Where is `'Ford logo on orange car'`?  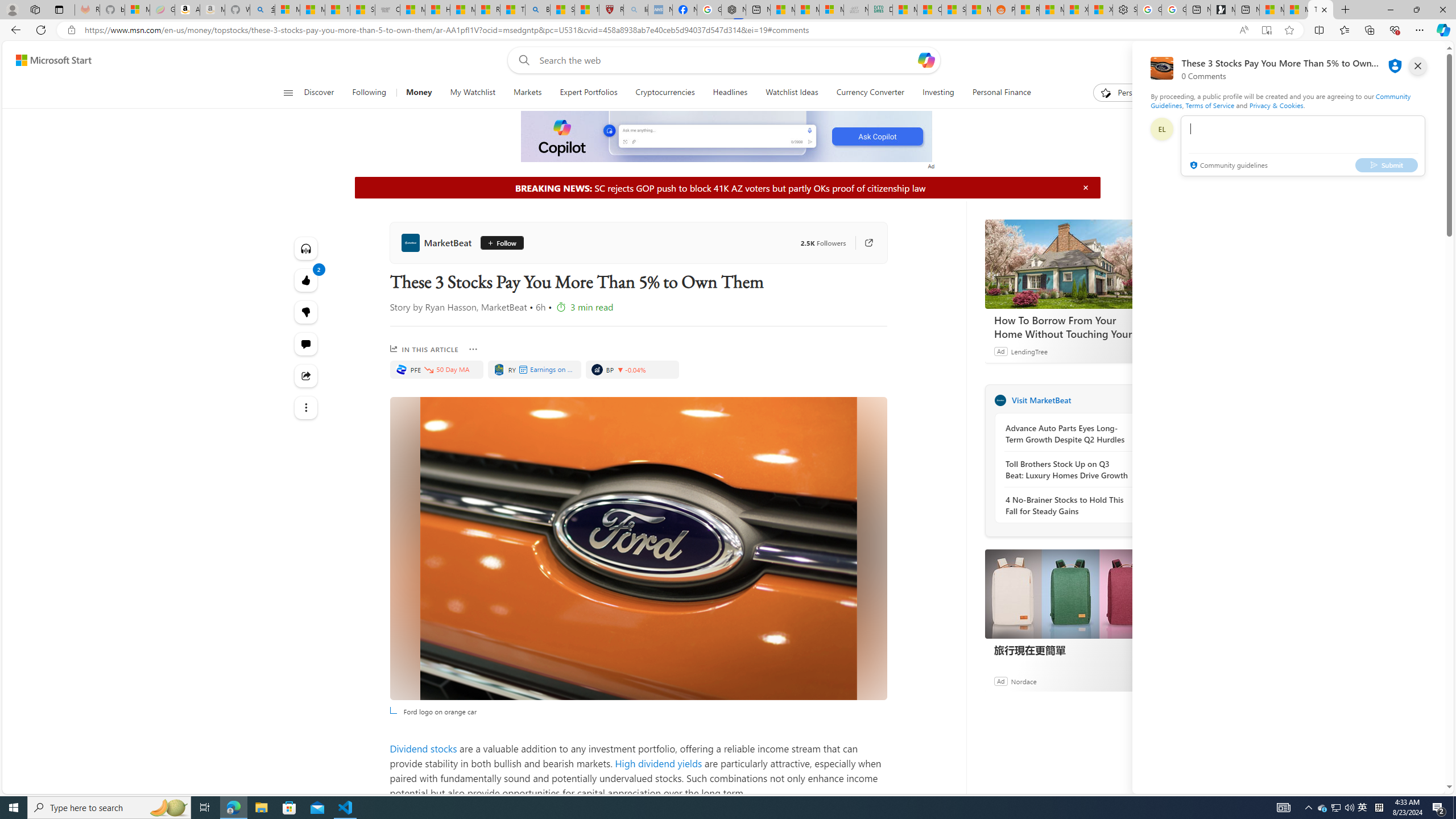 'Ford logo on orange car' is located at coordinates (638, 548).